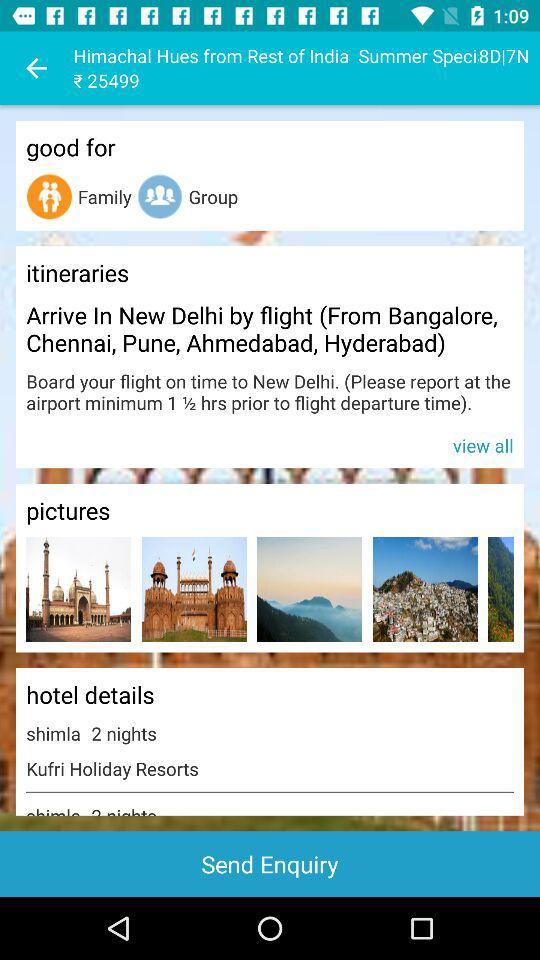  What do you see at coordinates (424, 589) in the screenshot?
I see `item below pictures` at bounding box center [424, 589].